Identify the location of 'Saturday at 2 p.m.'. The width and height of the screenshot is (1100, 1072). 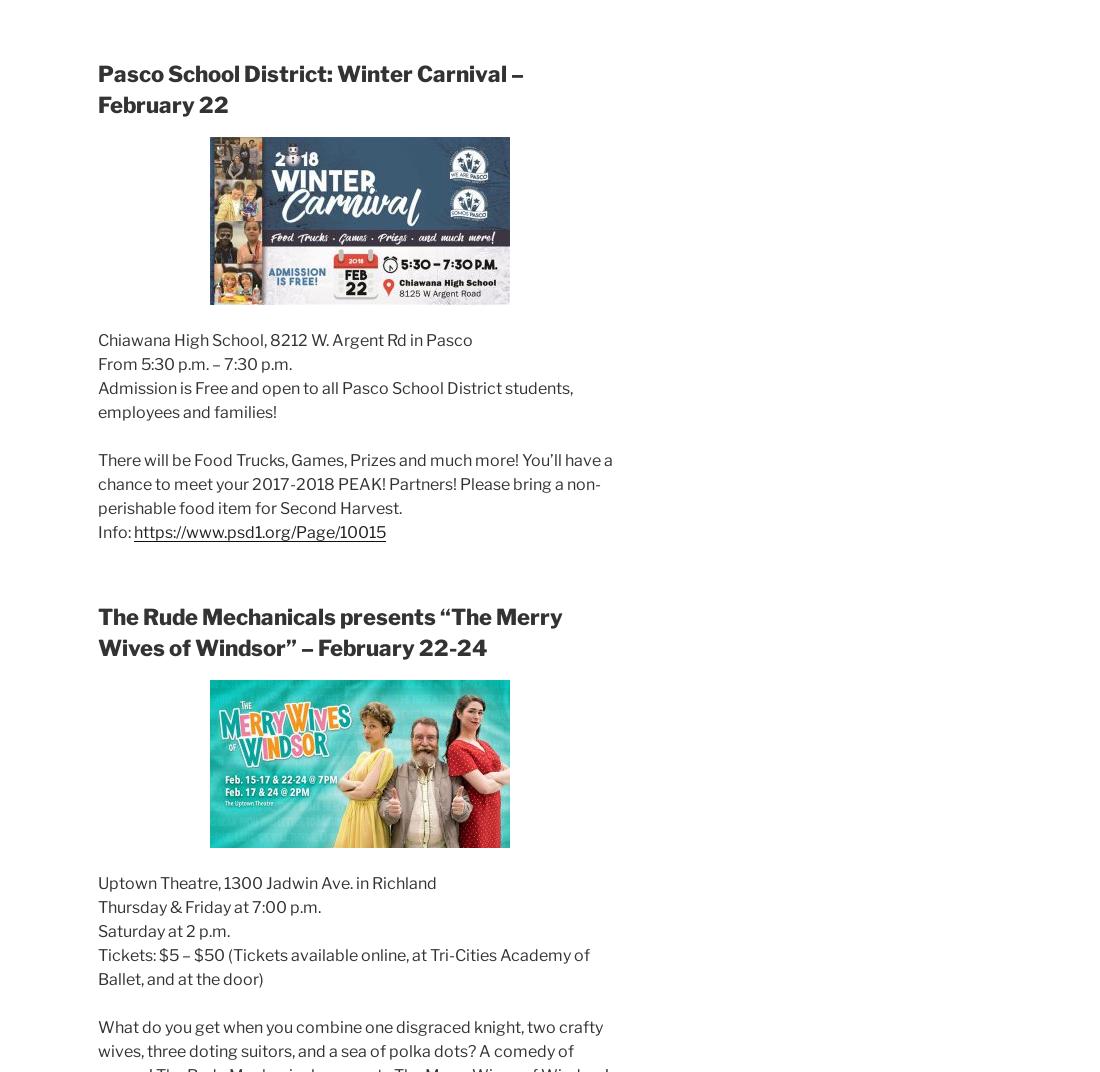
(163, 930).